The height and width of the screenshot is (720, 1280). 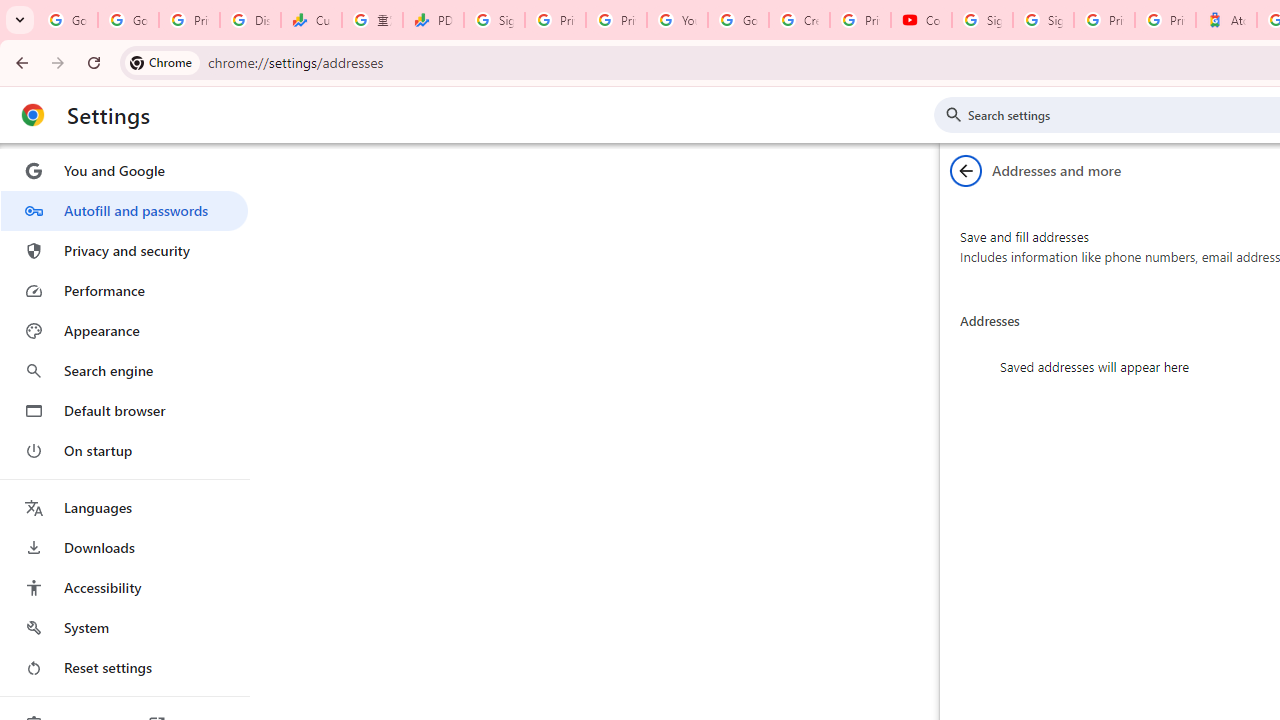 I want to click on 'Google Workspace Admin Community', so click(x=67, y=20).